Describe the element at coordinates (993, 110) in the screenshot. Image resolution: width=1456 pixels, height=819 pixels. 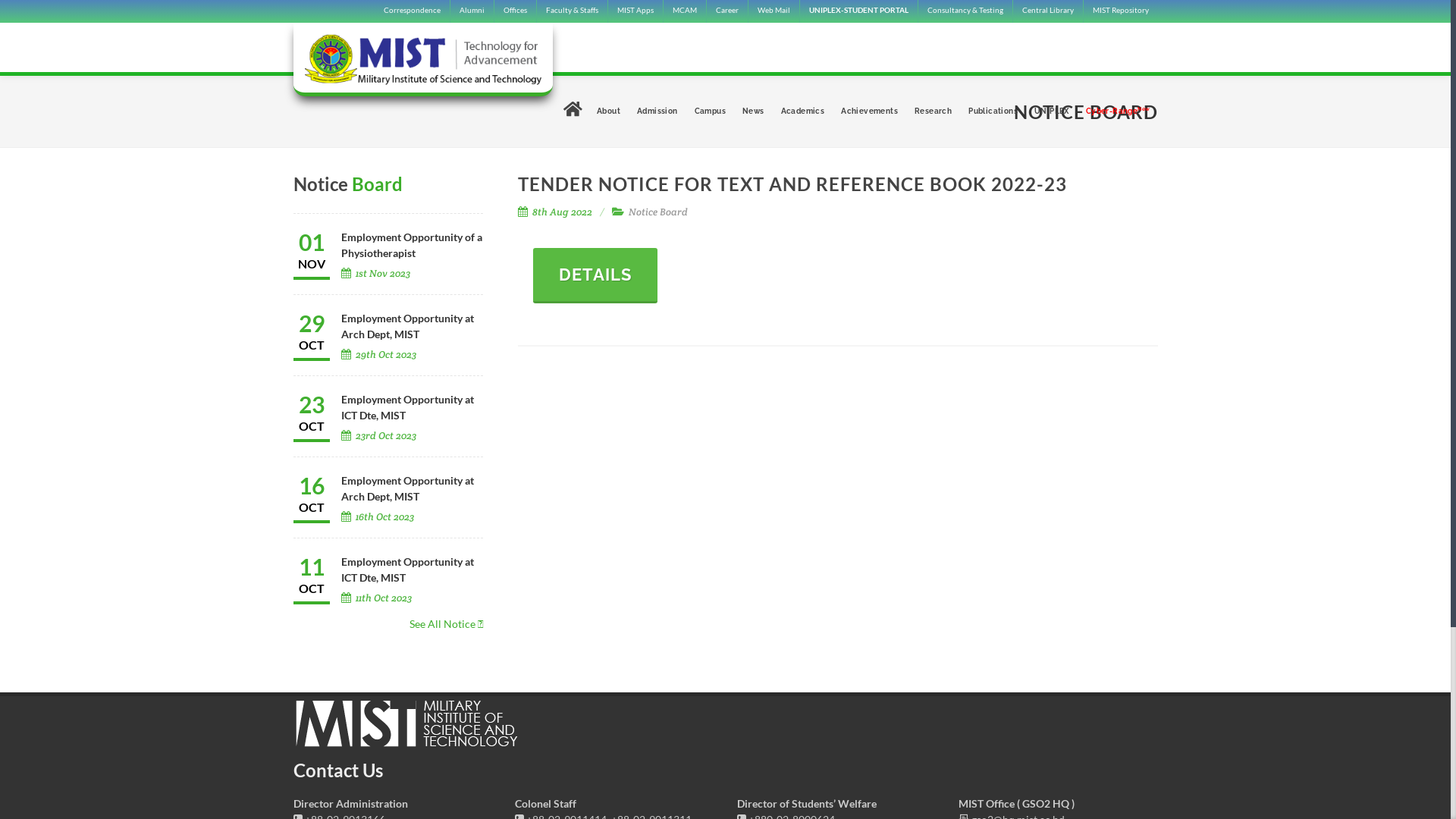
I see `'Publications'` at that location.